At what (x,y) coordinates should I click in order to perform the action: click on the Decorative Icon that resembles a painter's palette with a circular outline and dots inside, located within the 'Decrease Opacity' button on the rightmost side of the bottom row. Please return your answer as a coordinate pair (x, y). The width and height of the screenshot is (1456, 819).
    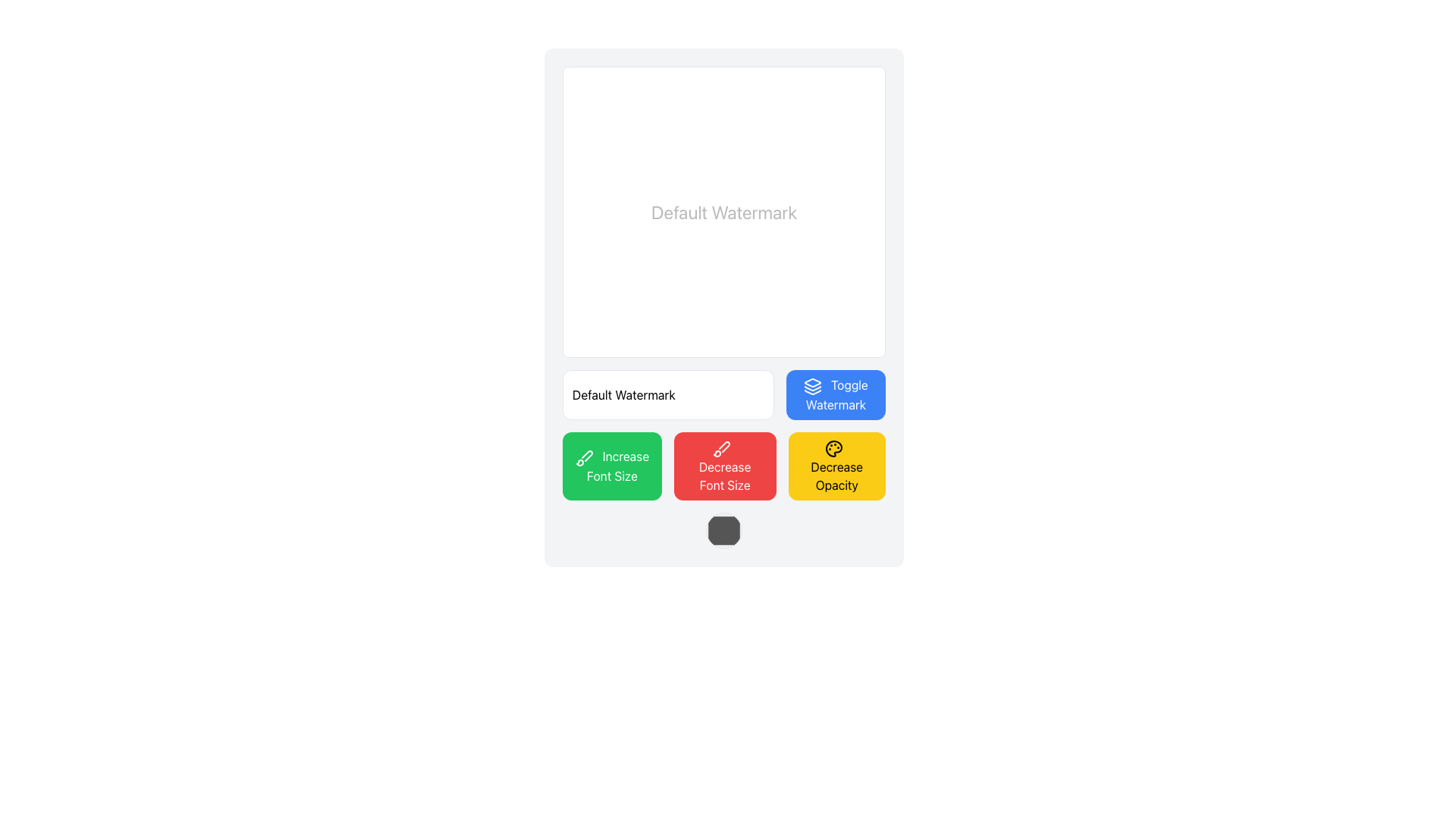
    Looking at the image, I should click on (833, 447).